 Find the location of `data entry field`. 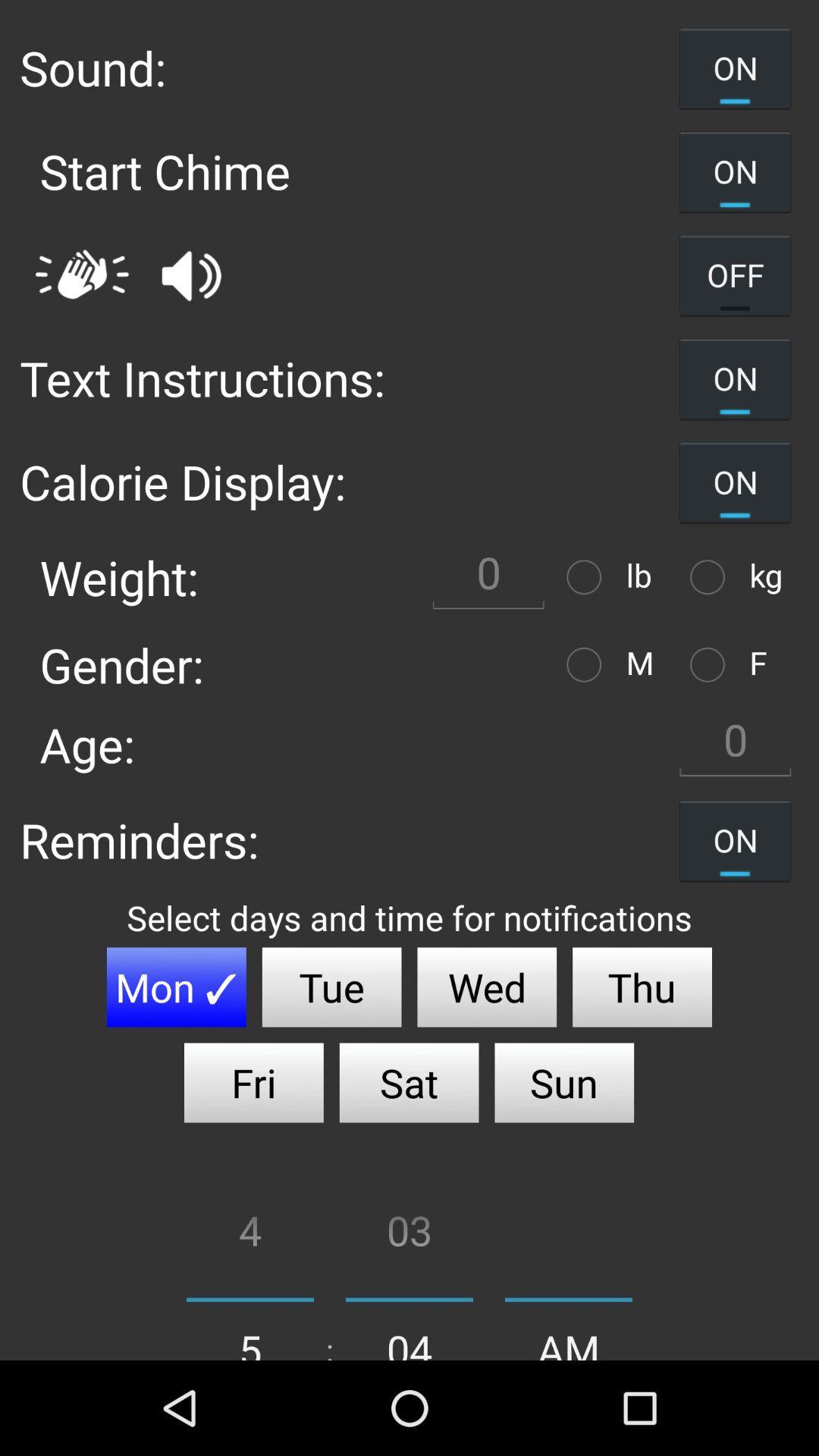

data entry field is located at coordinates (734, 744).